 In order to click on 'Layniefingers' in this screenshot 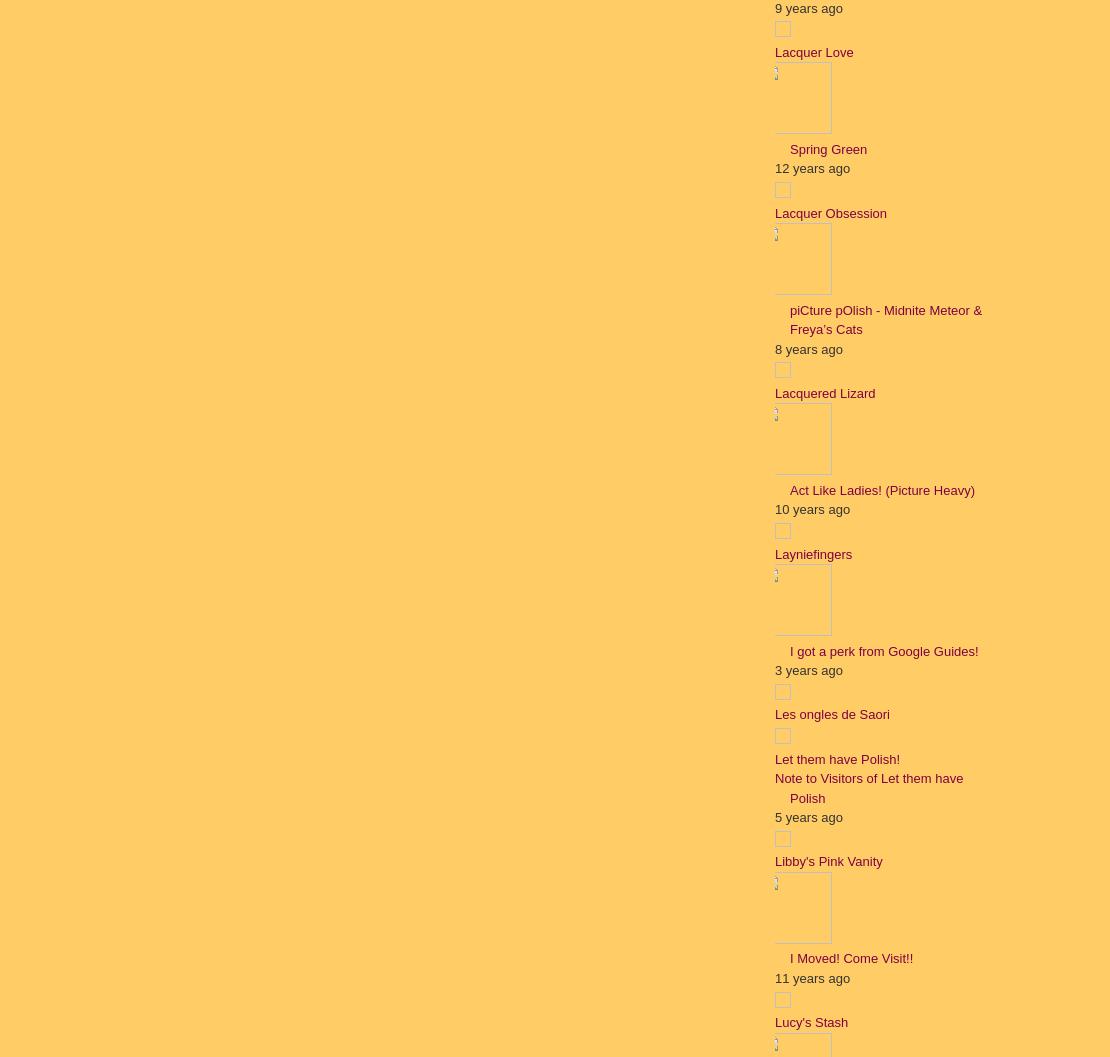, I will do `click(813, 552)`.